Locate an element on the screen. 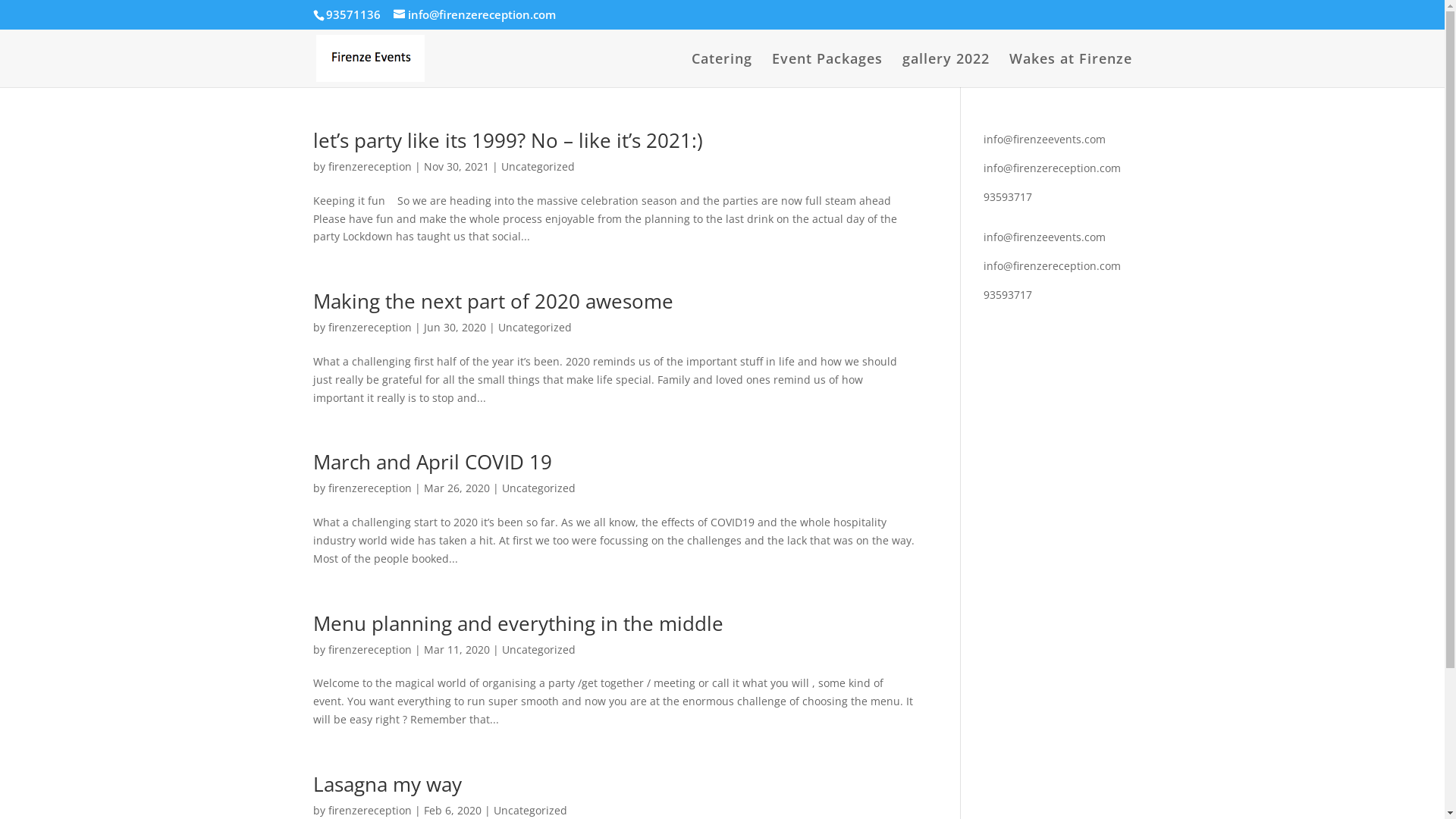  'Menu planning and everything in the middle' is located at coordinates (517, 623).